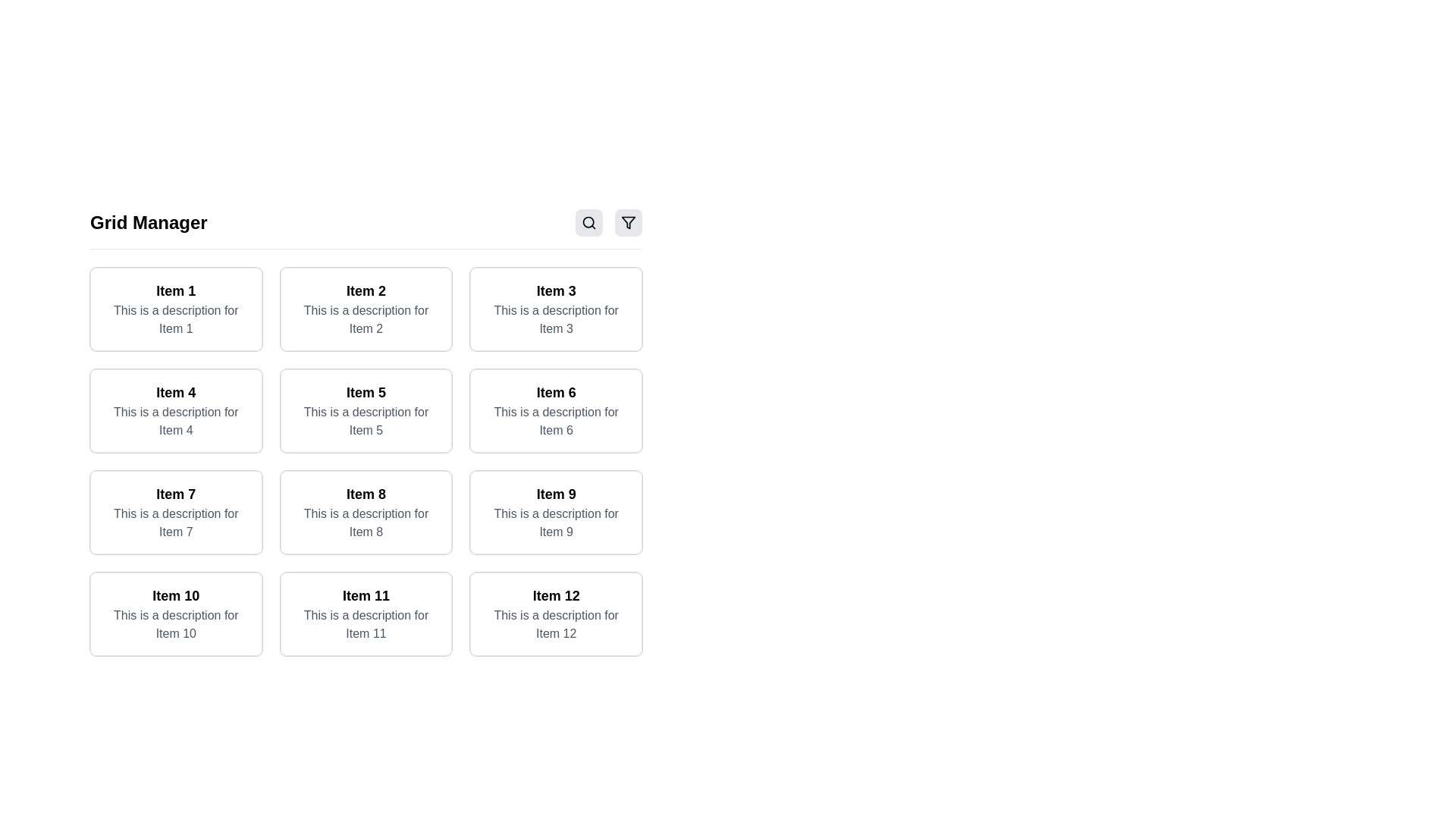 The height and width of the screenshot is (819, 1456). I want to click on gray text label that says 'This is a description for Item 8.' located in the eighth card of the grid layout, below the title 'Item 8.', so click(366, 522).